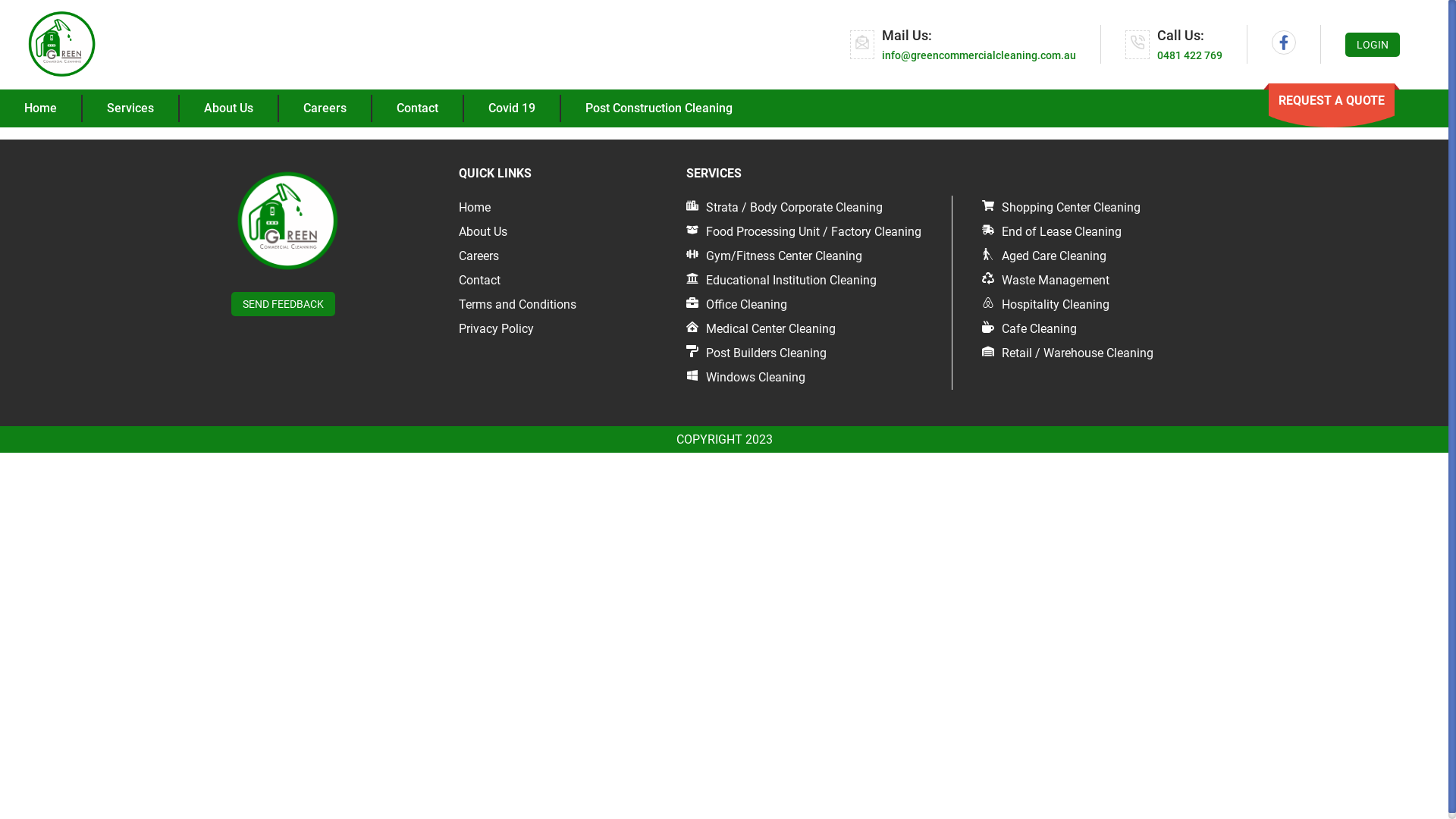 The width and height of the screenshot is (1456, 819). I want to click on 'Privacy Policy', so click(496, 328).